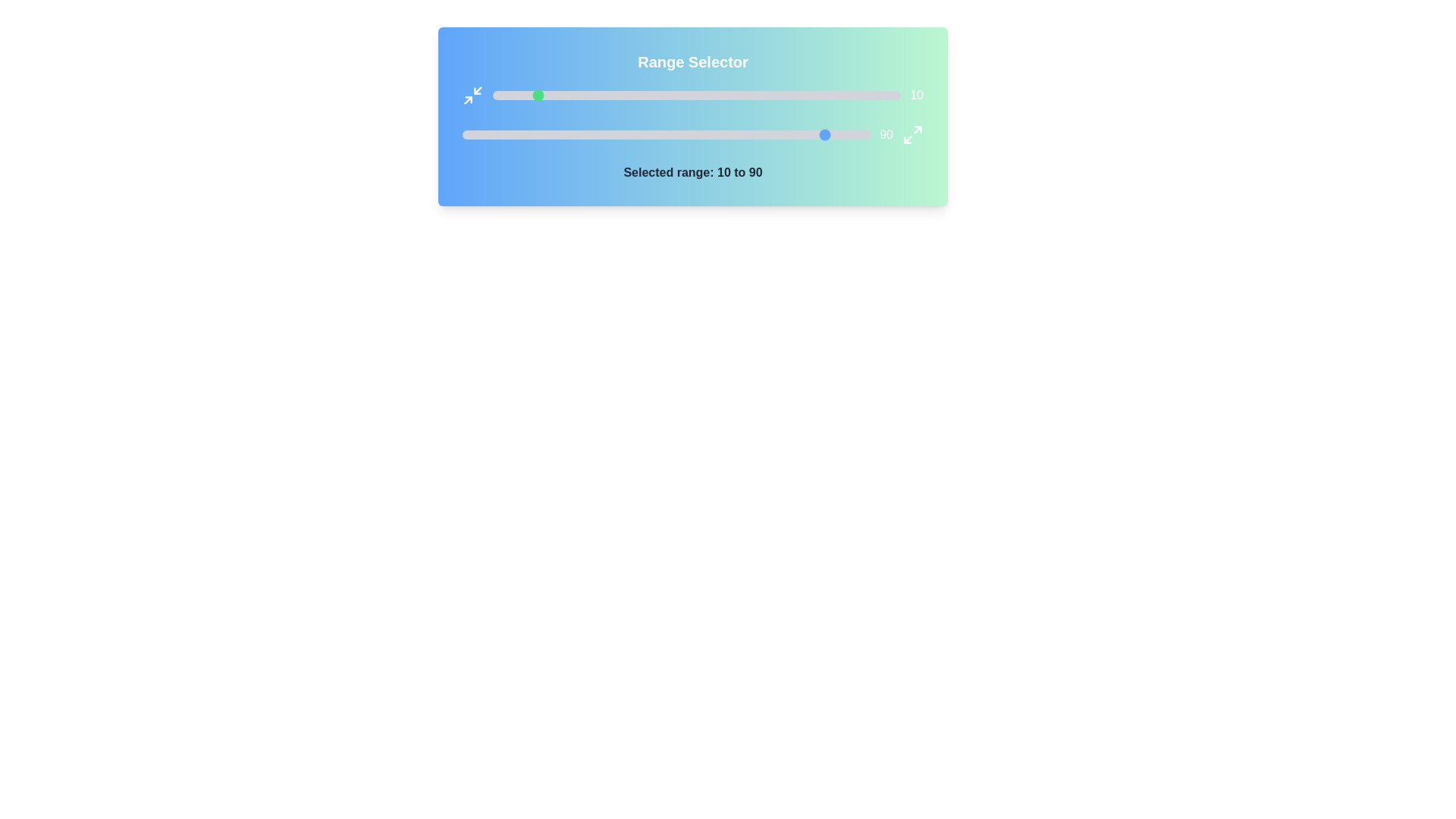 The width and height of the screenshot is (1456, 819). I want to click on the maximize icon button, which is styled with white lines on a gradient background transitioning from blue to green, located at the far right of the layout containing a range slider and a text label showing the value '90', so click(912, 133).